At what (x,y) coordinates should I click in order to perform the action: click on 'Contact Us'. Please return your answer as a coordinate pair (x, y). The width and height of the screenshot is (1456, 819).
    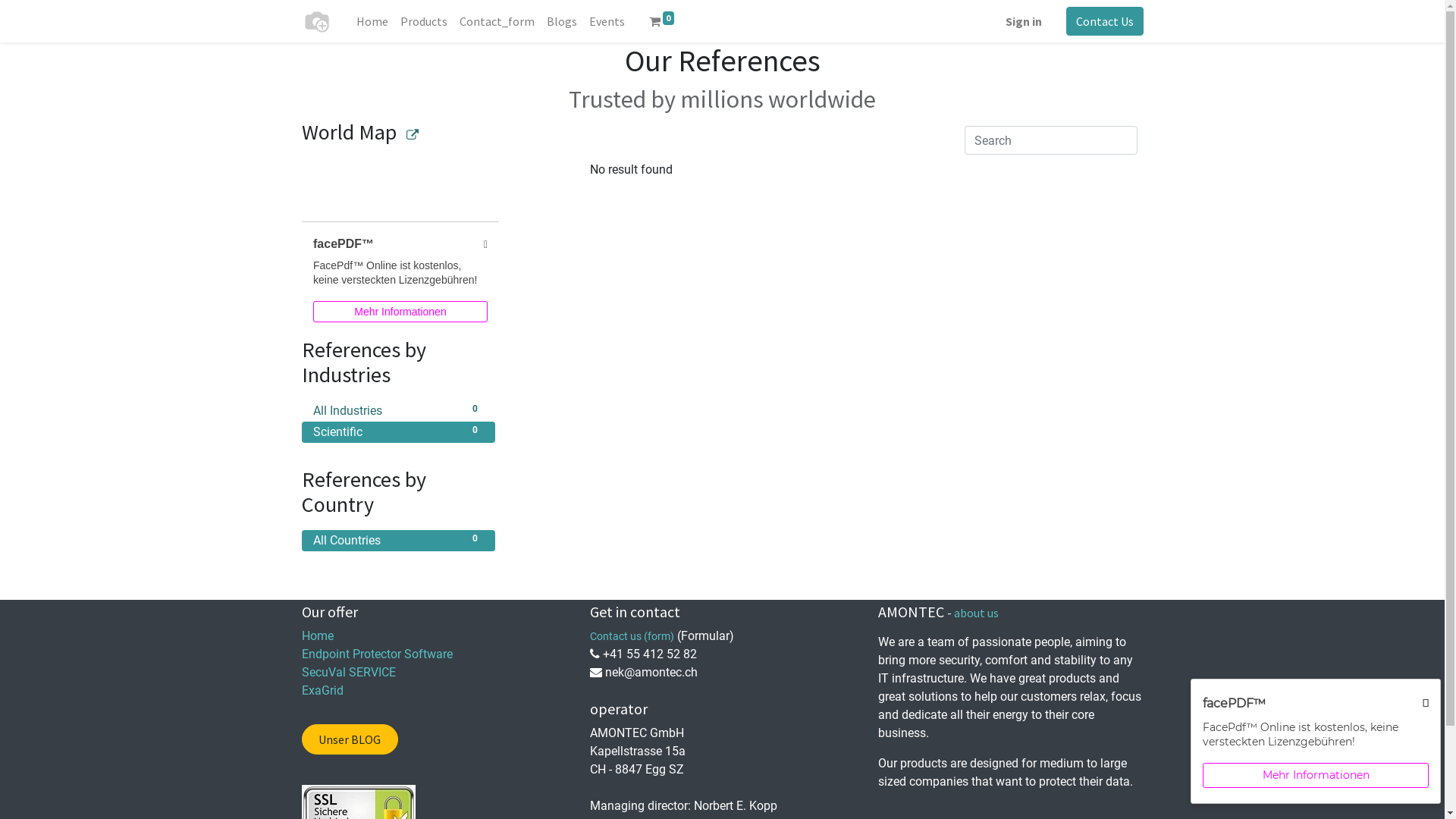
    Looking at the image, I should click on (1105, 20).